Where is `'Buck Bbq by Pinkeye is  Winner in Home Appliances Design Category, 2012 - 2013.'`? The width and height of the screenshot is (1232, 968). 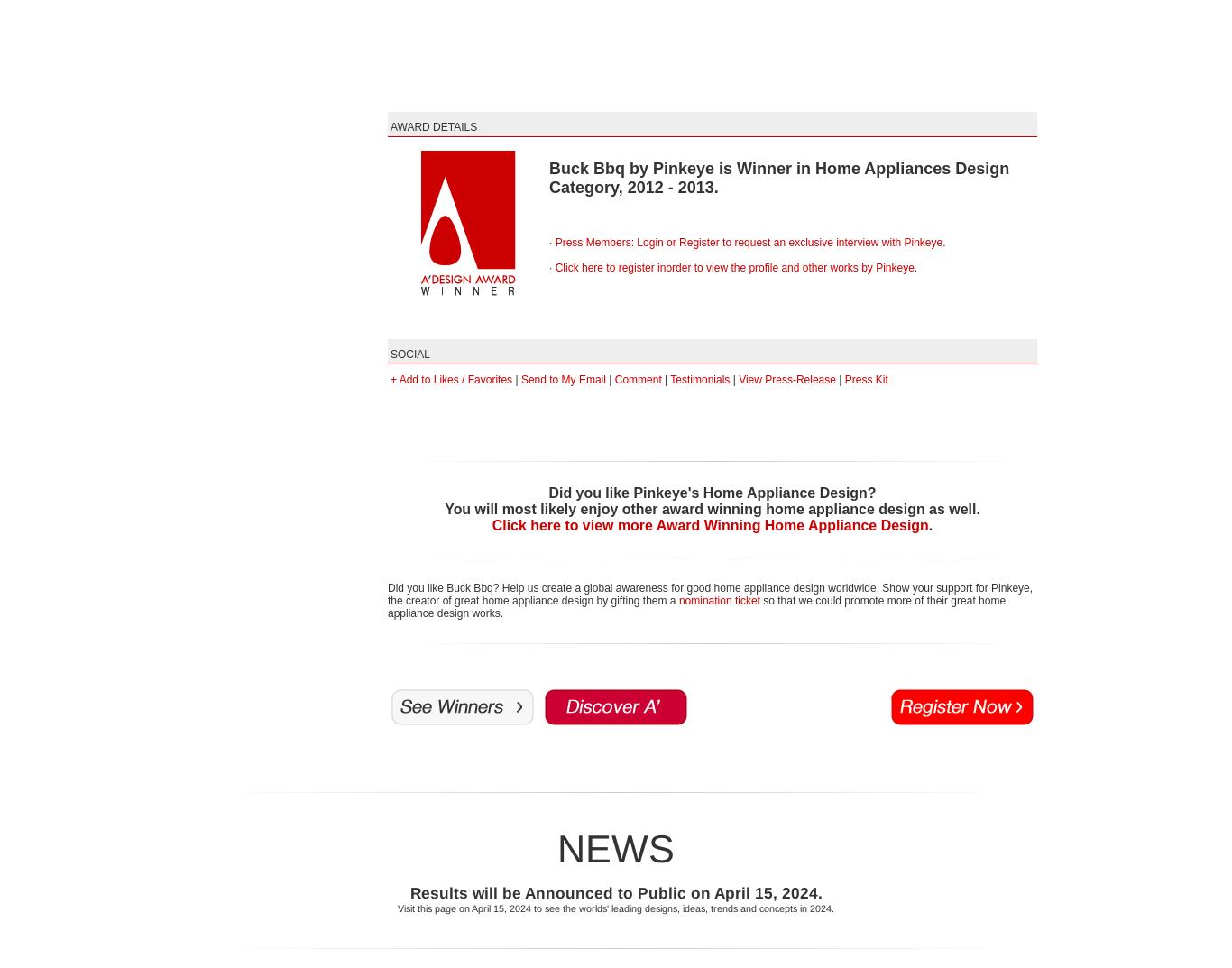 'Buck Bbq by Pinkeye is  Winner in Home Appliances Design Category, 2012 - 2013.' is located at coordinates (777, 177).